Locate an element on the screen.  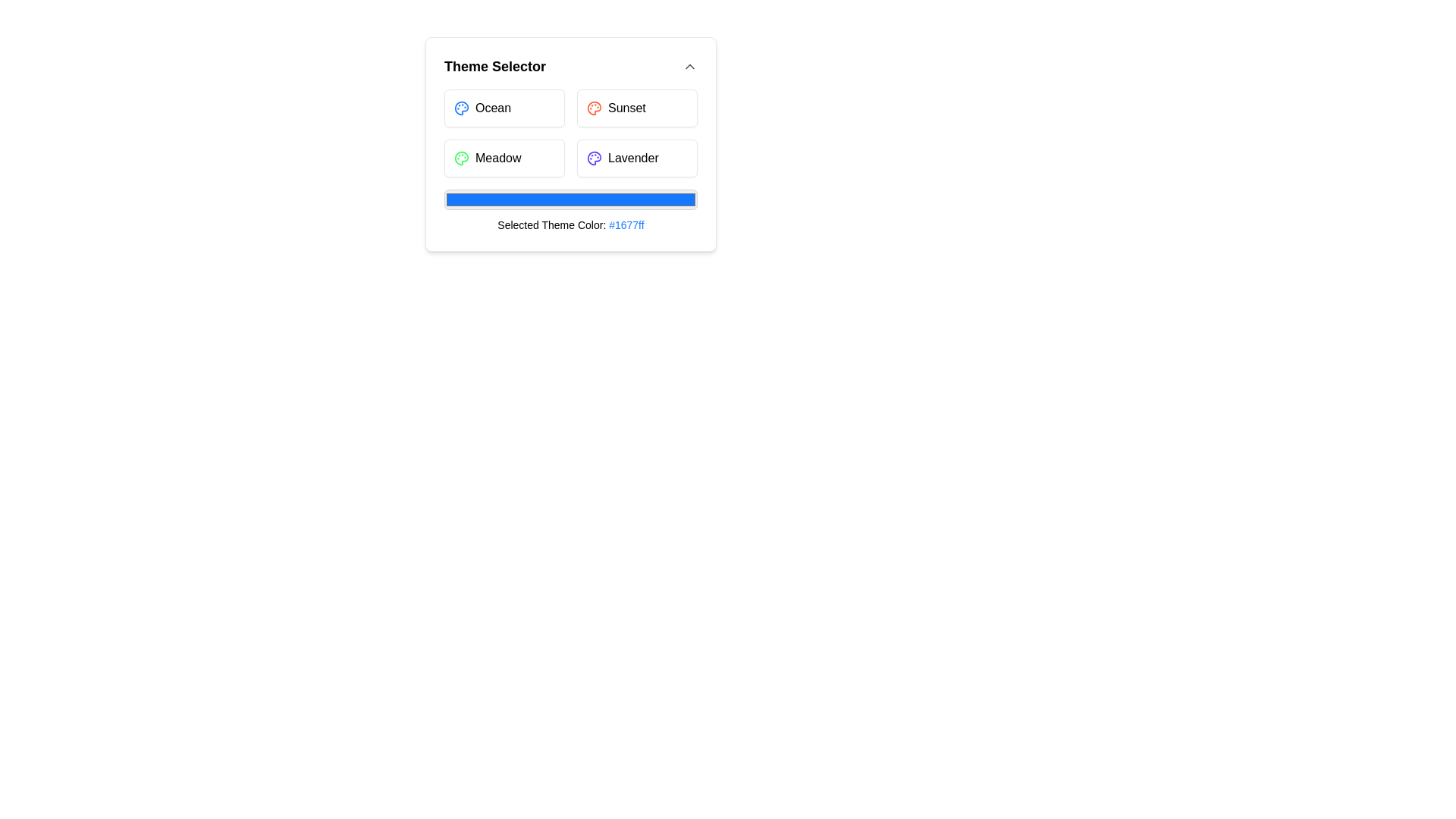
the color change in the 'Theme Selector' card, which is a rectangular card with a white background and sharp shadow edges, containing theme options and a colored bar indicating the selected theme color is located at coordinates (570, 144).